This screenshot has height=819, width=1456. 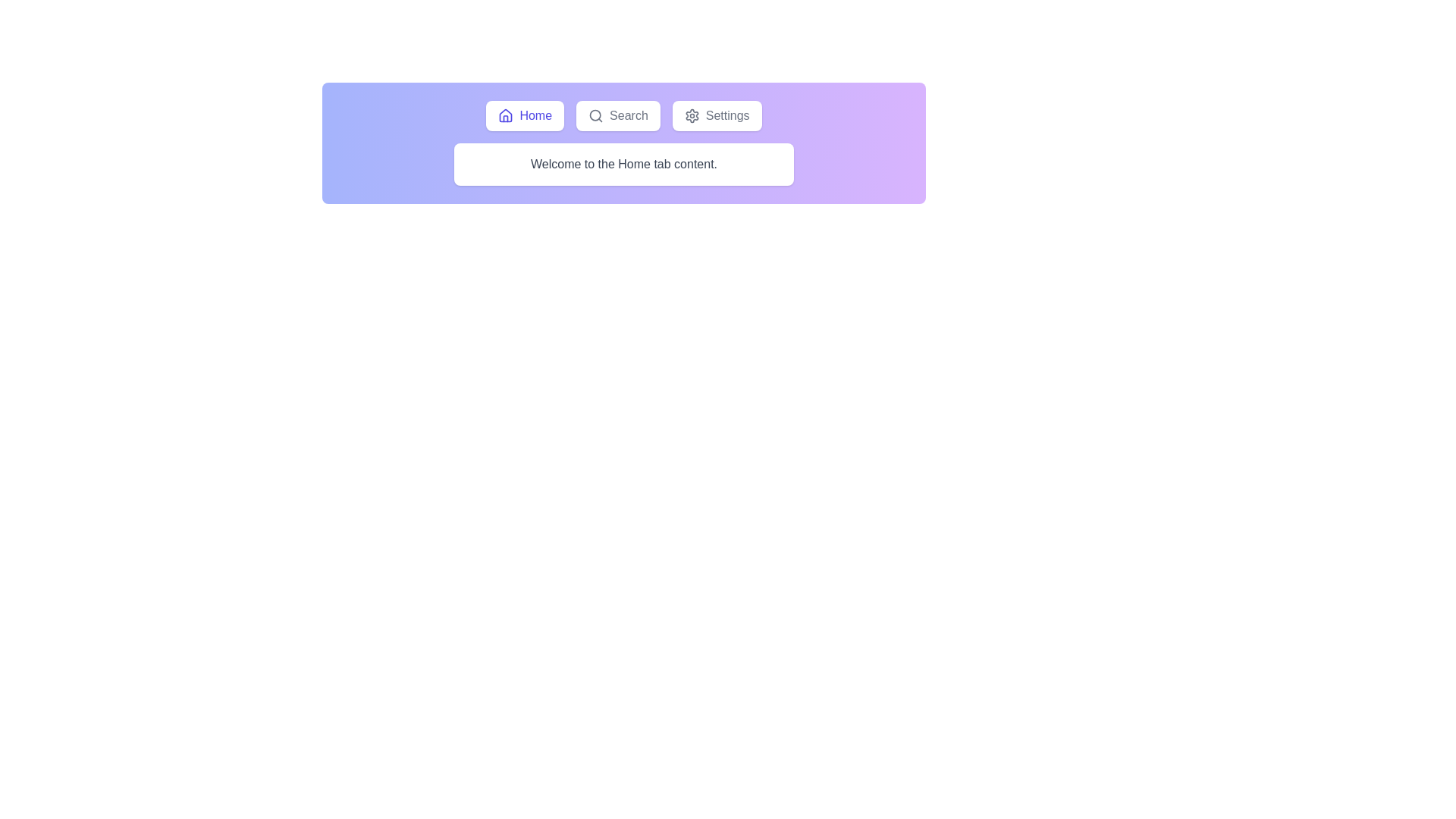 I want to click on the 'Home' button, which features an icon on the left side, so click(x=506, y=115).